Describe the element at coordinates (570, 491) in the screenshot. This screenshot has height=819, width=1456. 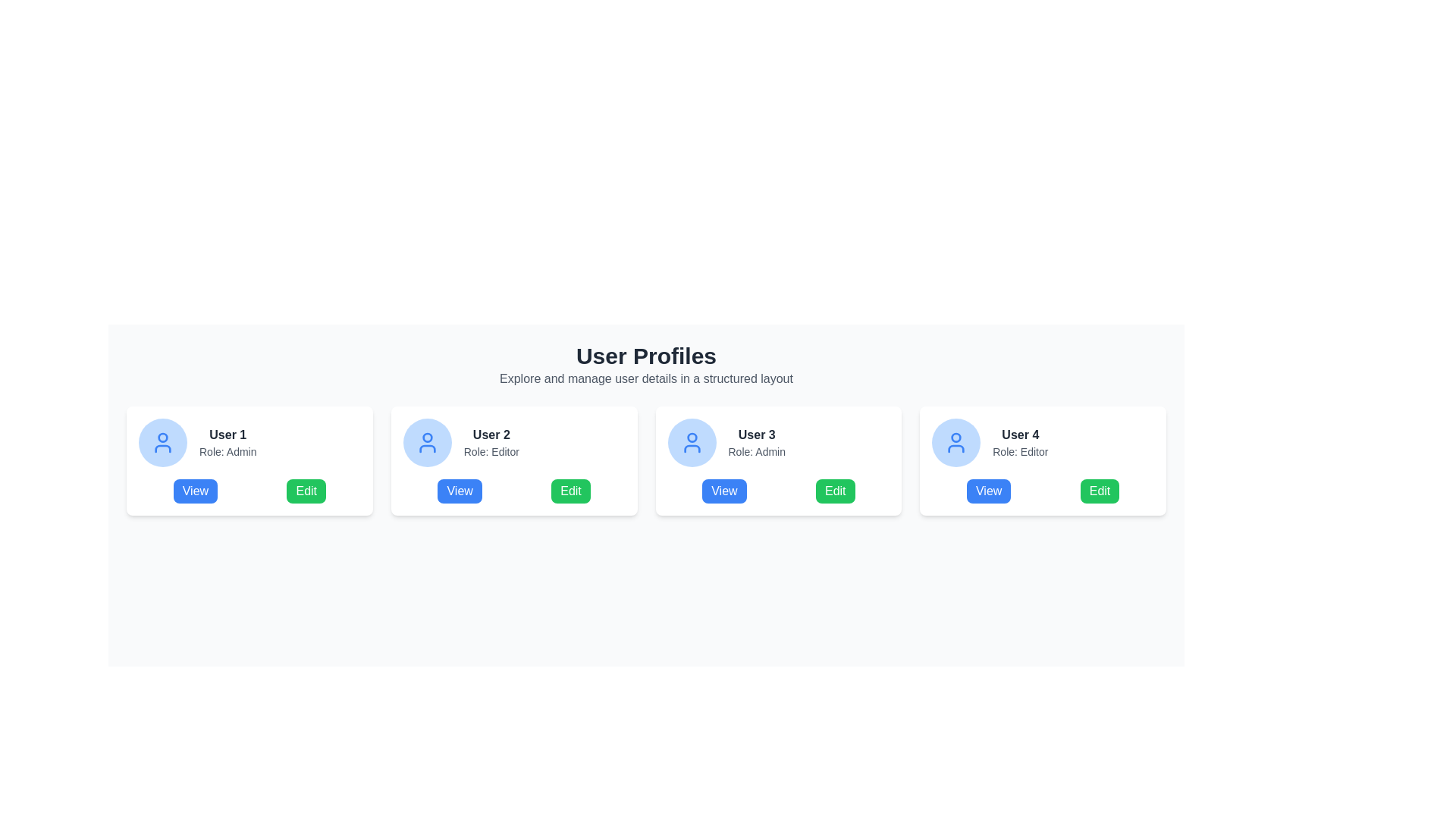
I see `the green 'Edit' button with rounded corners on User 2's profile` at that location.